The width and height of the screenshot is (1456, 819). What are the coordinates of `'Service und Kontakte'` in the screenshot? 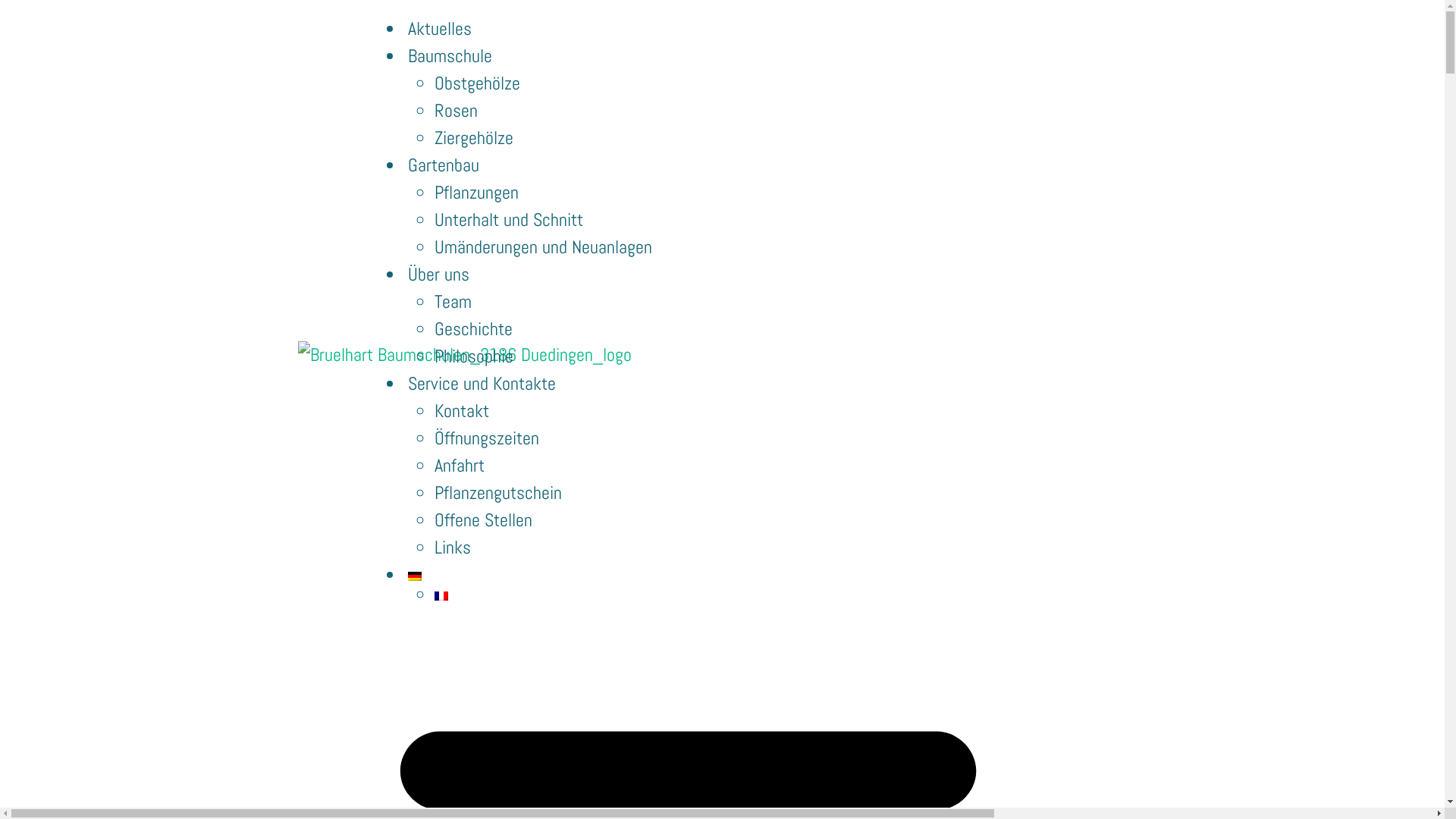 It's located at (481, 382).